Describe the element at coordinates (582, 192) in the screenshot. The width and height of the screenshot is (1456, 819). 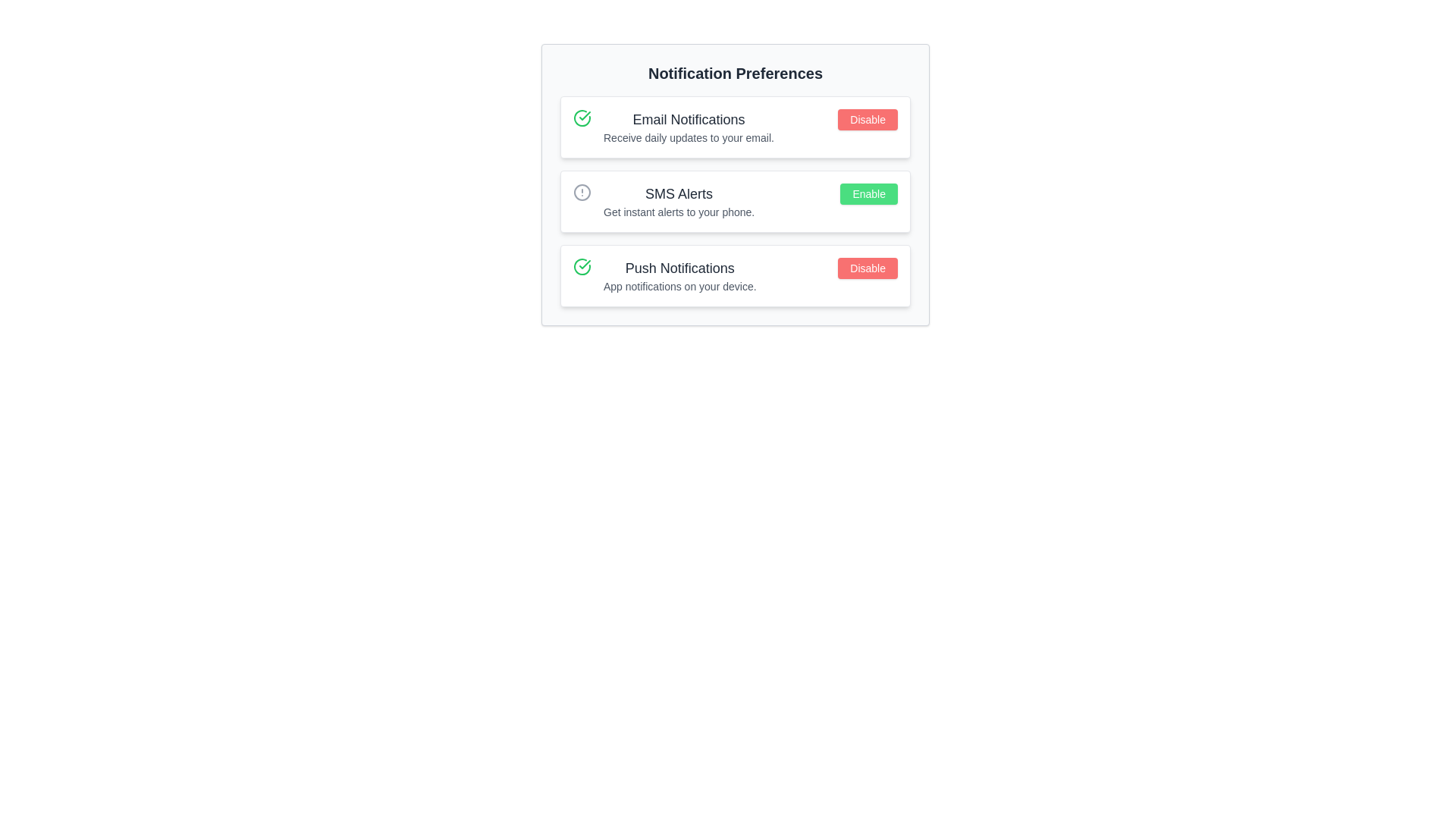
I see `the gray stroke circle in the SMS Alerts section of the notification panel, located to the left of the 'SMS Alerts' text` at that location.